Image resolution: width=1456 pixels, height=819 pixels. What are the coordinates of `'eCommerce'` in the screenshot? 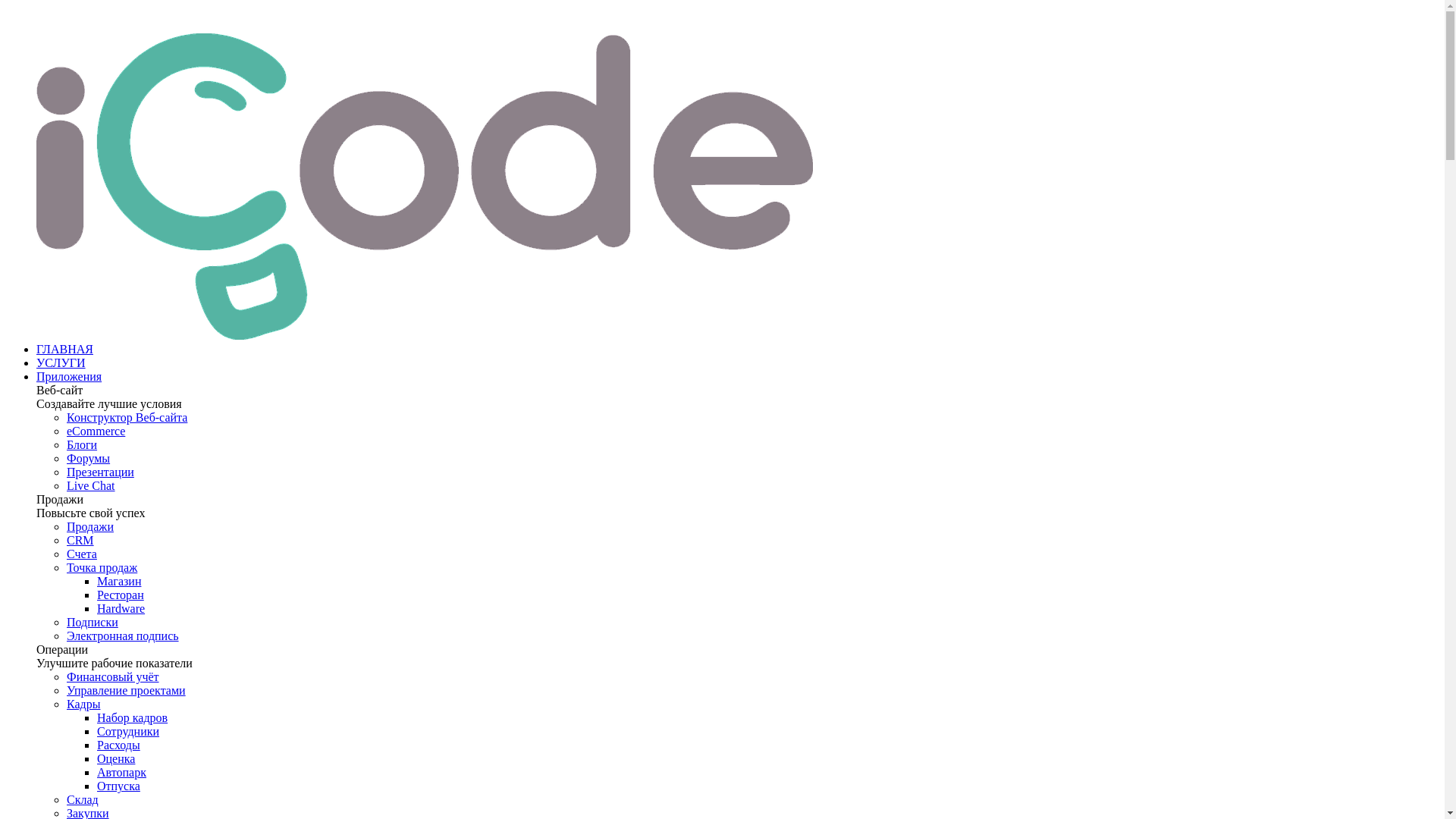 It's located at (65, 431).